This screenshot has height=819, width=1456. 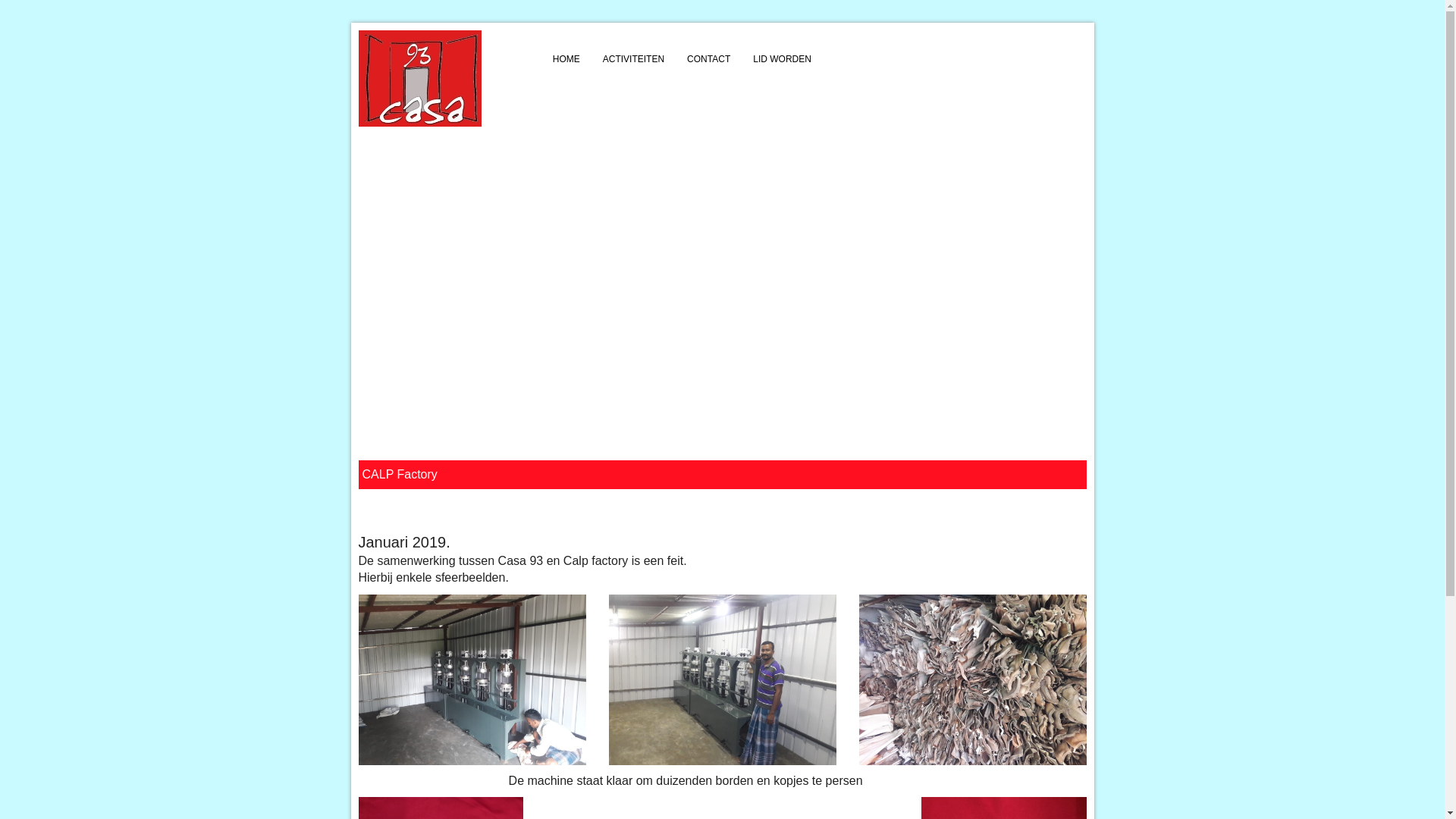 I want to click on 'CONTACT', so click(x=708, y=58).